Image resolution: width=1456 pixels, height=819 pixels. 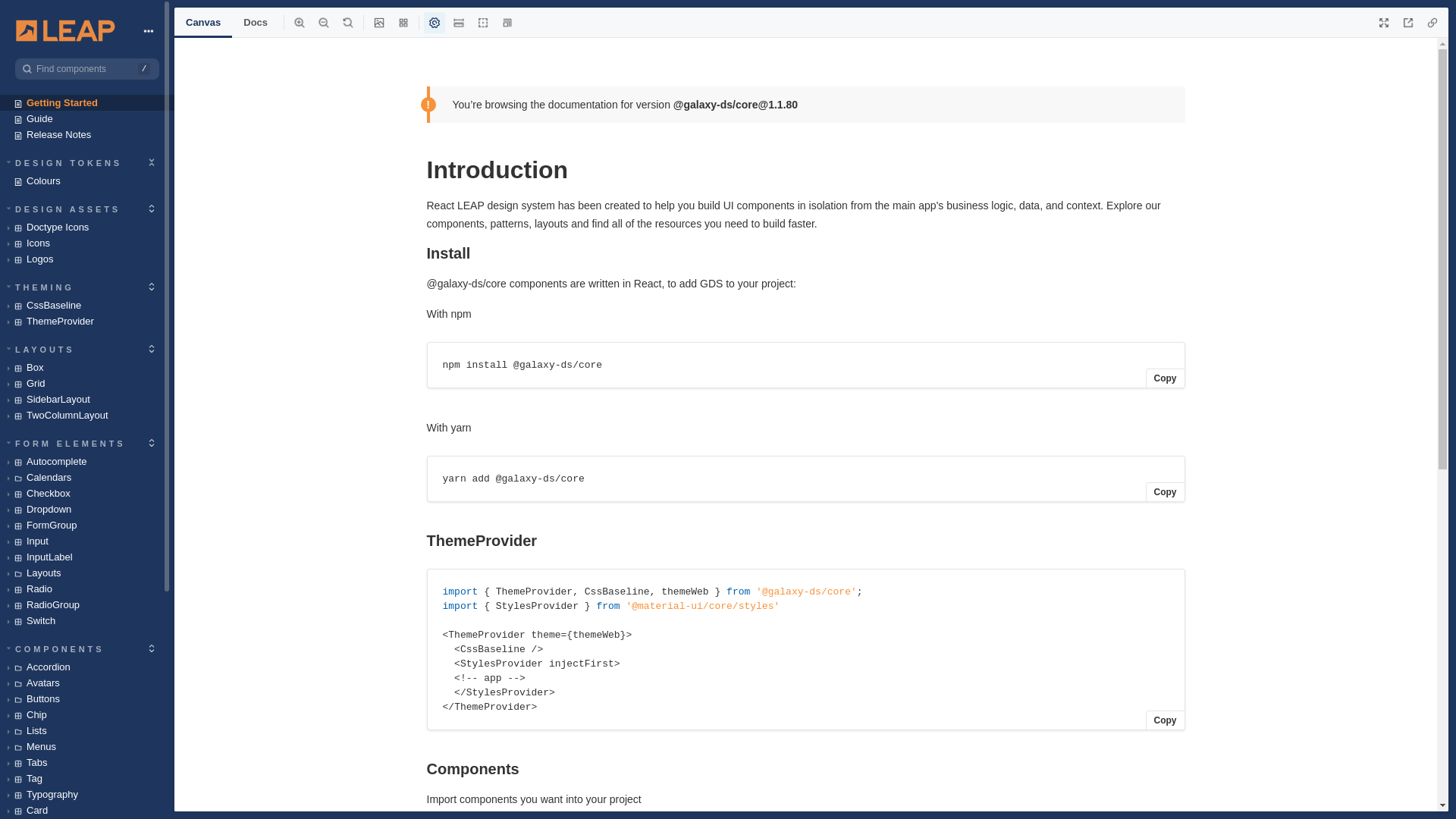 What do you see at coordinates (0, 714) in the screenshot?
I see `'Chip'` at bounding box center [0, 714].